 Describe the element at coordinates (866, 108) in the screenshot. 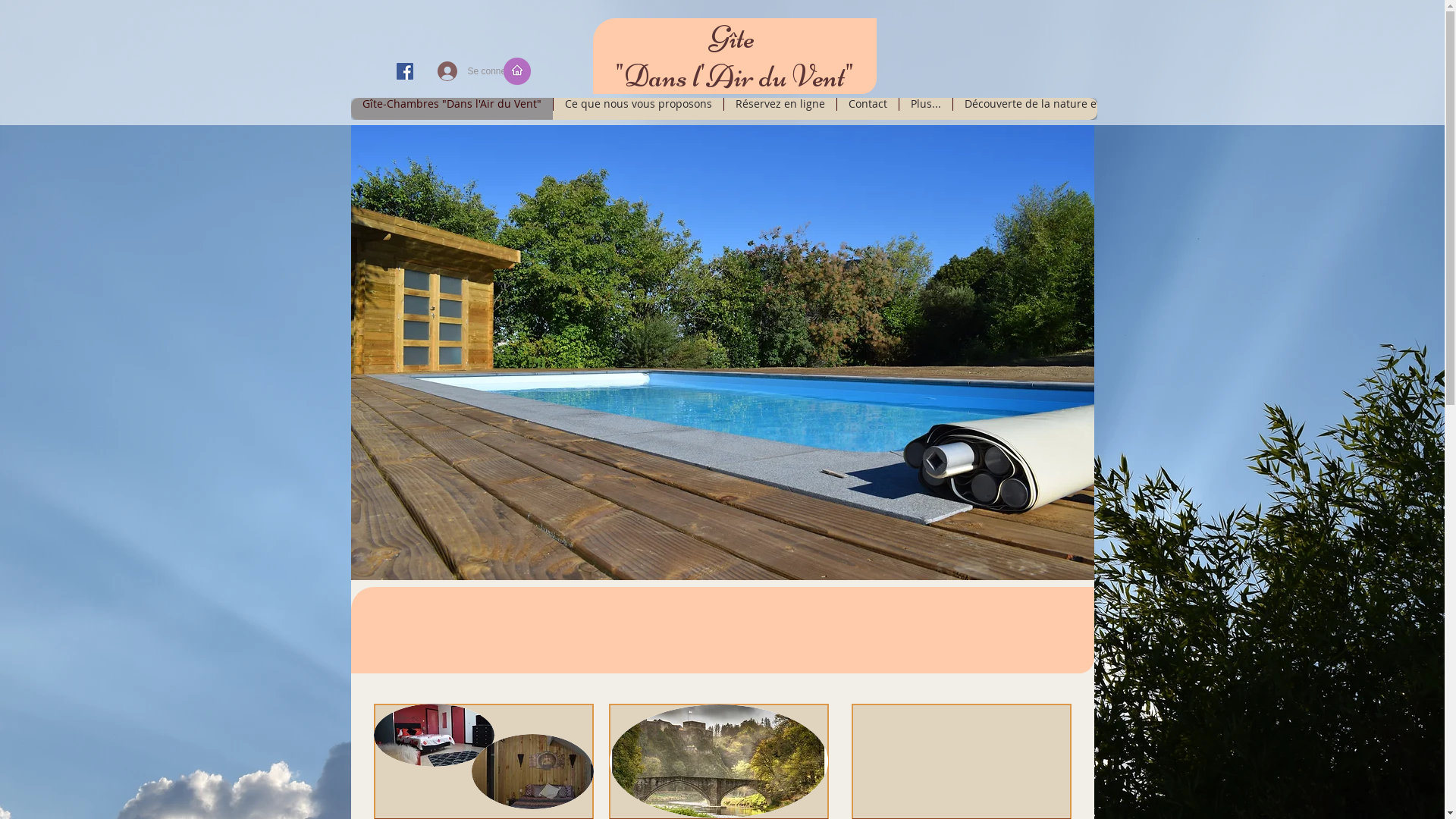

I see `'Contact'` at that location.